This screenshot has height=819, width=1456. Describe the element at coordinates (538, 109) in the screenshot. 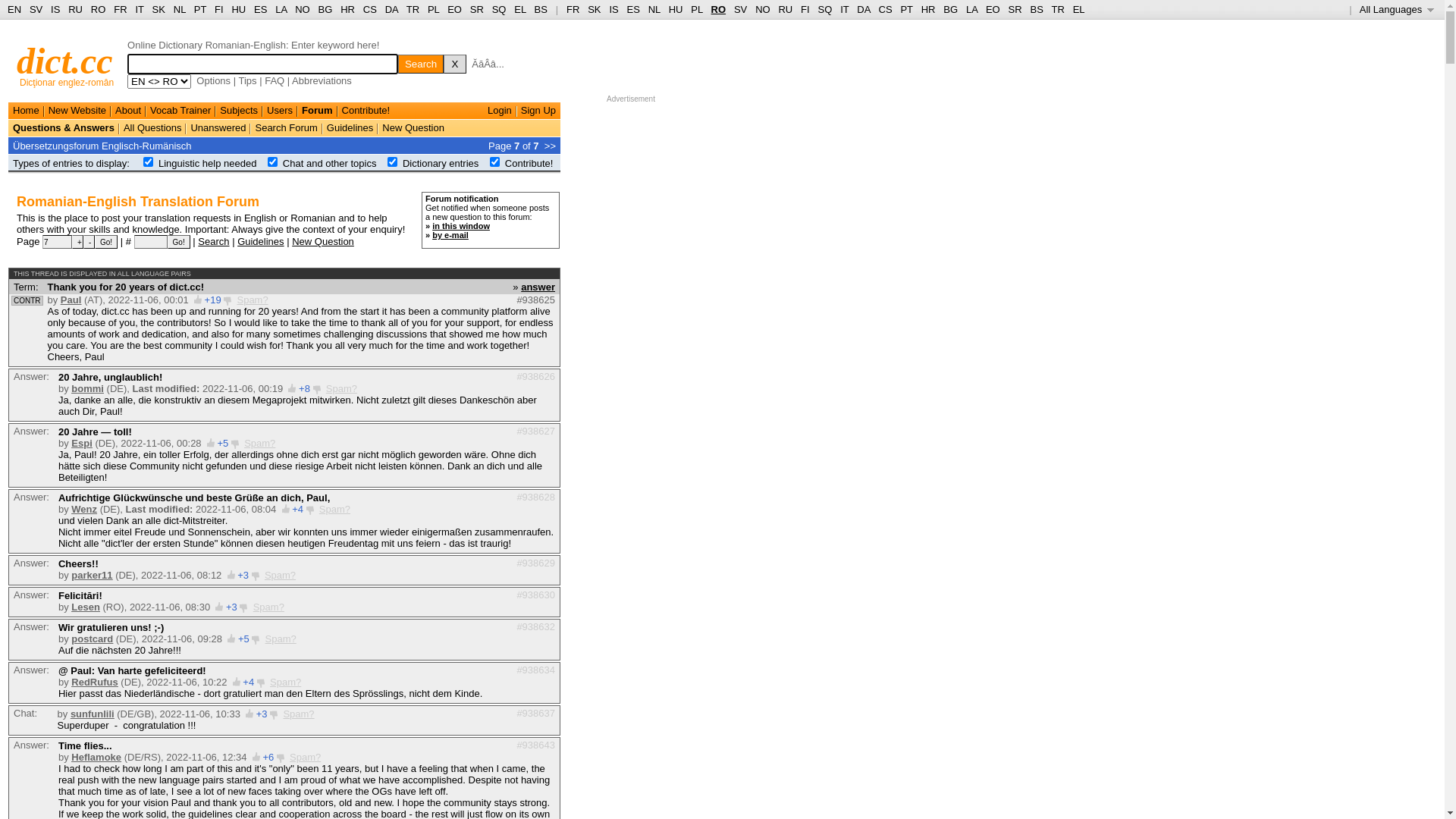

I see `'Sign Up'` at that location.